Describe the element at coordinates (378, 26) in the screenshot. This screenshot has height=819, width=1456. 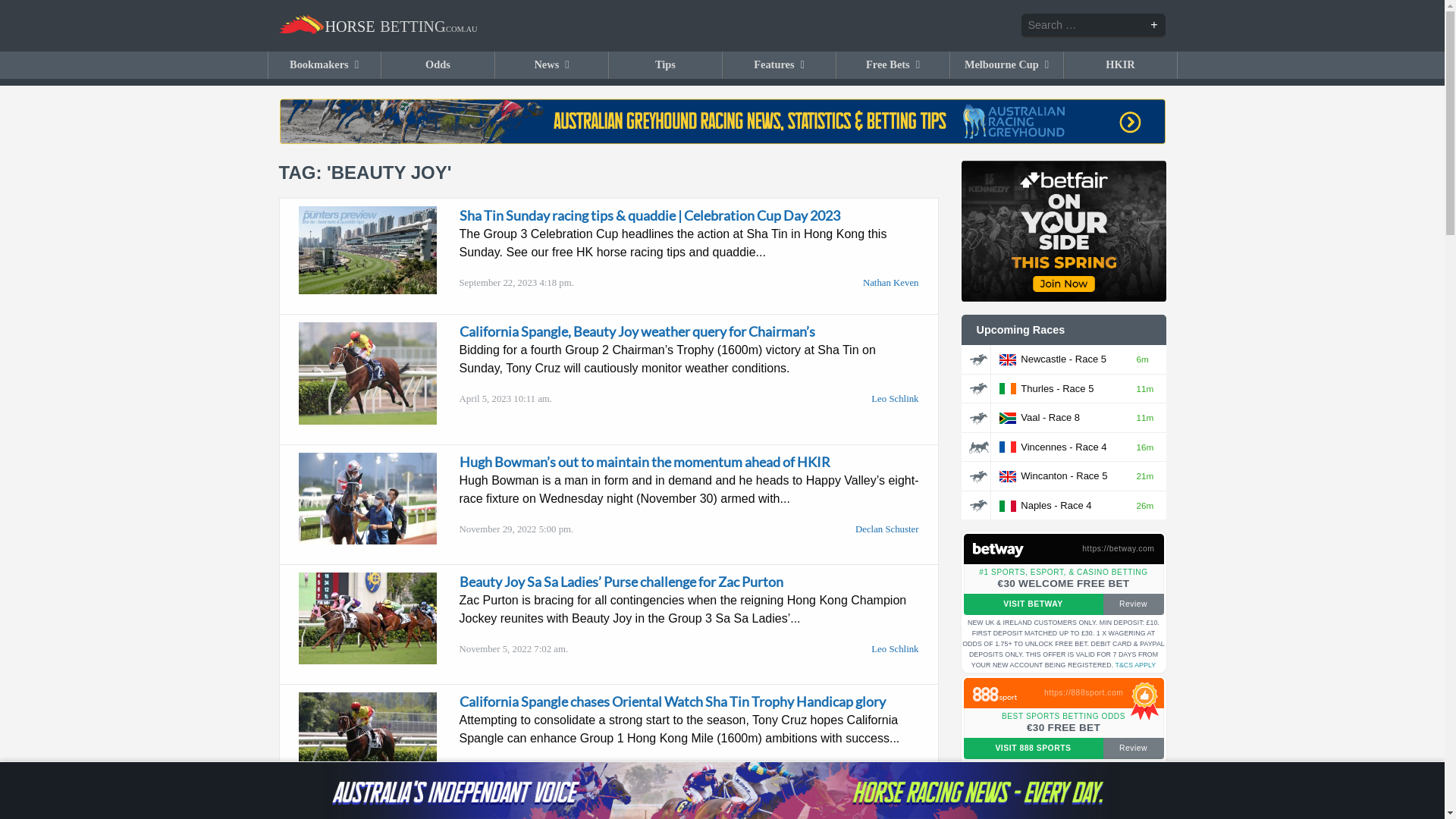
I see `'Horse Betting'` at that location.